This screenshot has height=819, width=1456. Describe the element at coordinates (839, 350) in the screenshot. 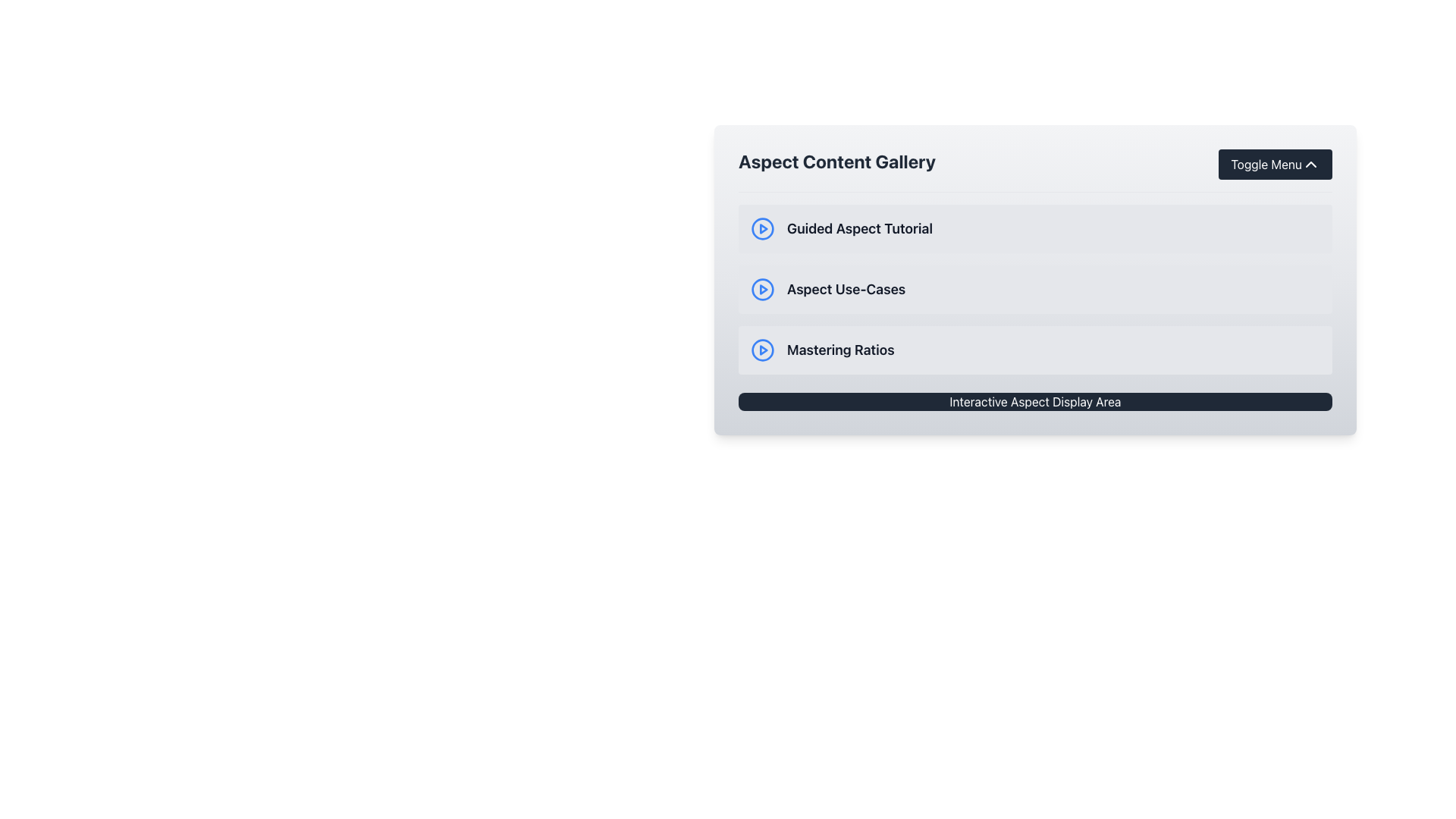

I see `text label titled 'Mastering Ratios' located in the third row of the list, which is positioned to the right of a circular play icon` at that location.